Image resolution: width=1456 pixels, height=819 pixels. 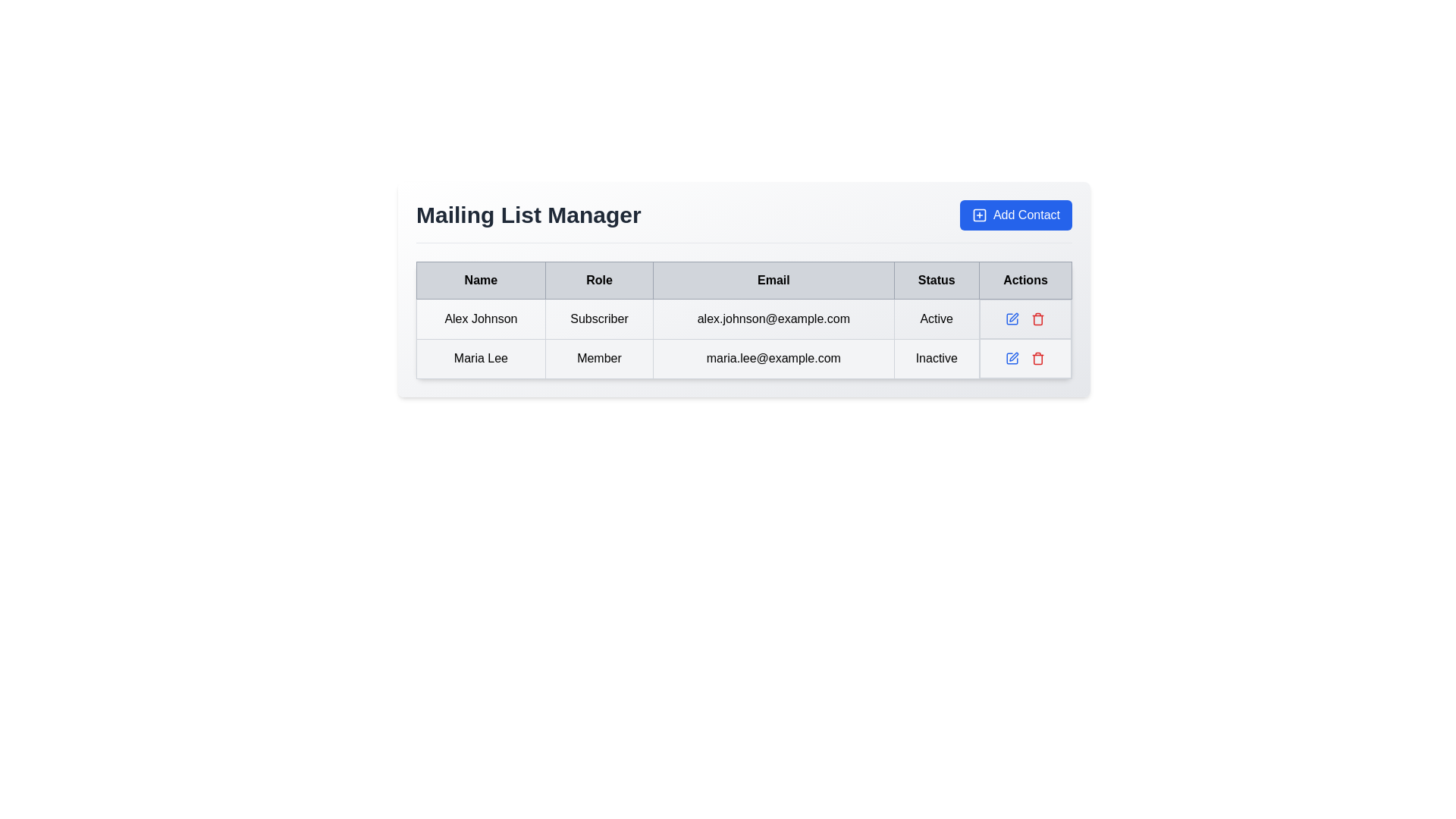 What do you see at coordinates (1012, 318) in the screenshot?
I see `the 'Edit' button located in the 'Actions' column of the first row in the table` at bounding box center [1012, 318].